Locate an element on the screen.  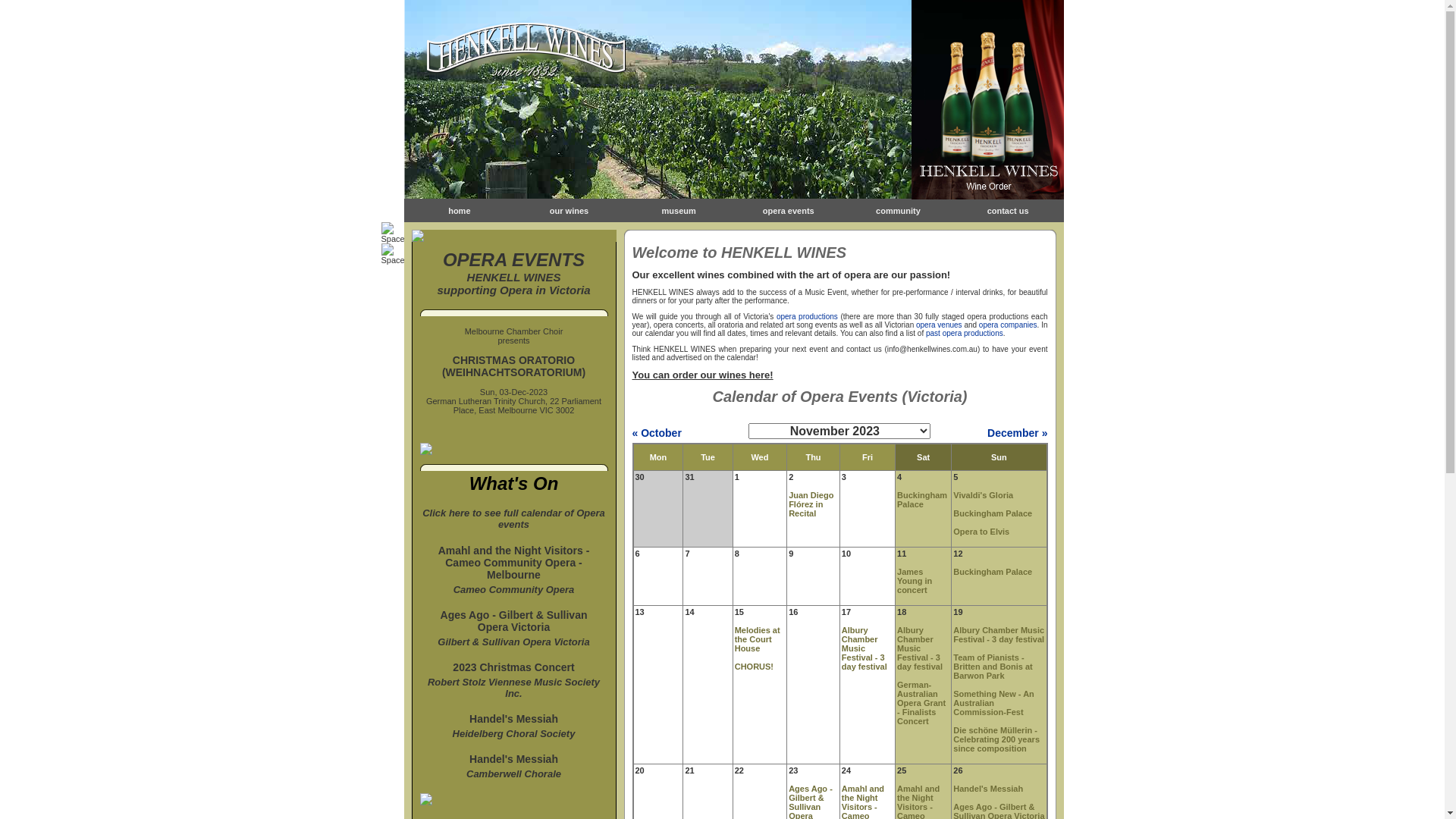
'museum' is located at coordinates (678, 210).